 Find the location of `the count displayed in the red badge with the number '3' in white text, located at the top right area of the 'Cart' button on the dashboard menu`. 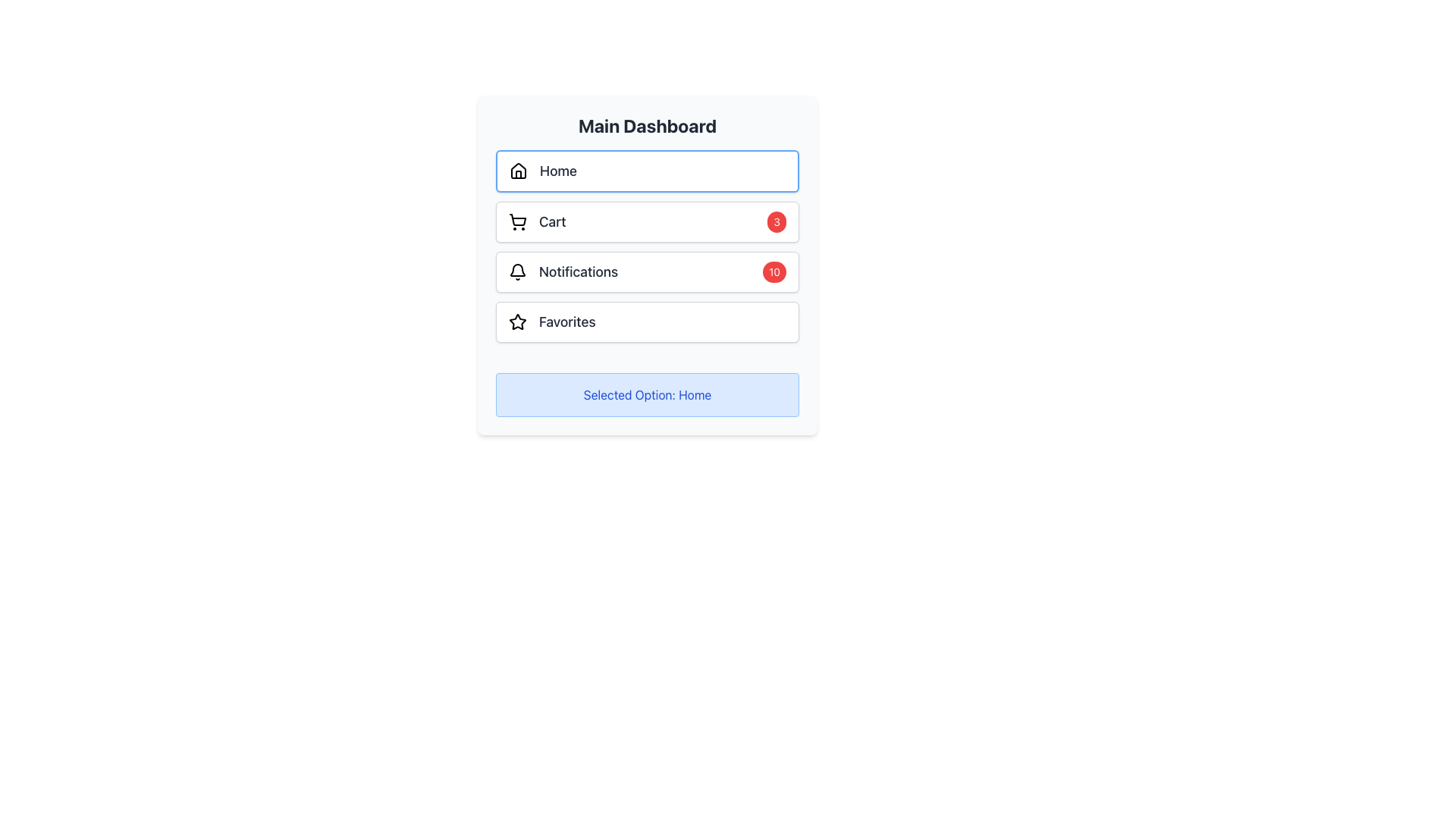

the count displayed in the red badge with the number '3' in white text, located at the top right area of the 'Cart' button on the dashboard menu is located at coordinates (777, 222).